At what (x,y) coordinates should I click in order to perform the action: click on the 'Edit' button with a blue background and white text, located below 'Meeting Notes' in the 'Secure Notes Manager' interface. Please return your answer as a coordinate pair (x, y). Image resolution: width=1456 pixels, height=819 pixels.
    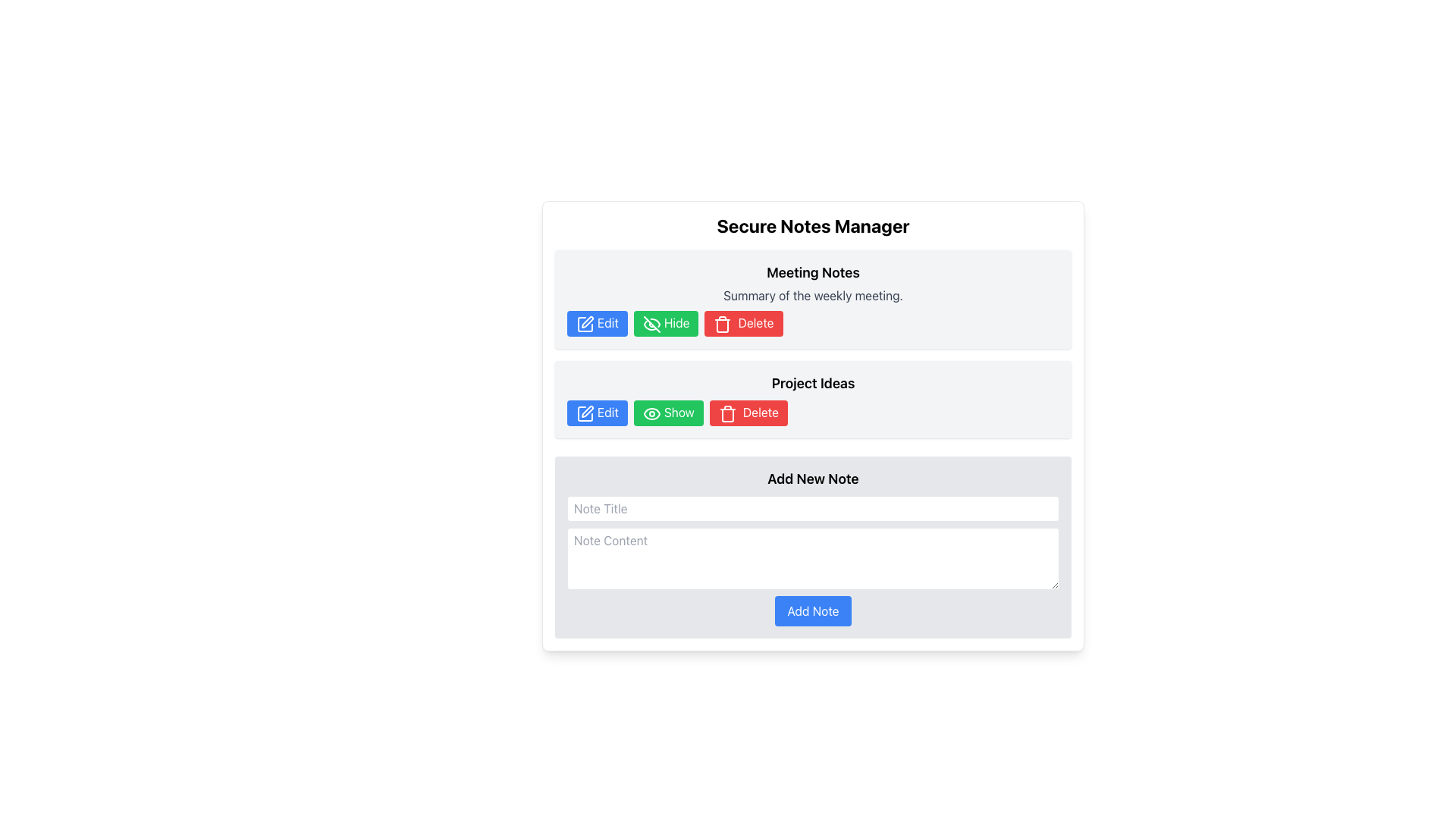
    Looking at the image, I should click on (596, 322).